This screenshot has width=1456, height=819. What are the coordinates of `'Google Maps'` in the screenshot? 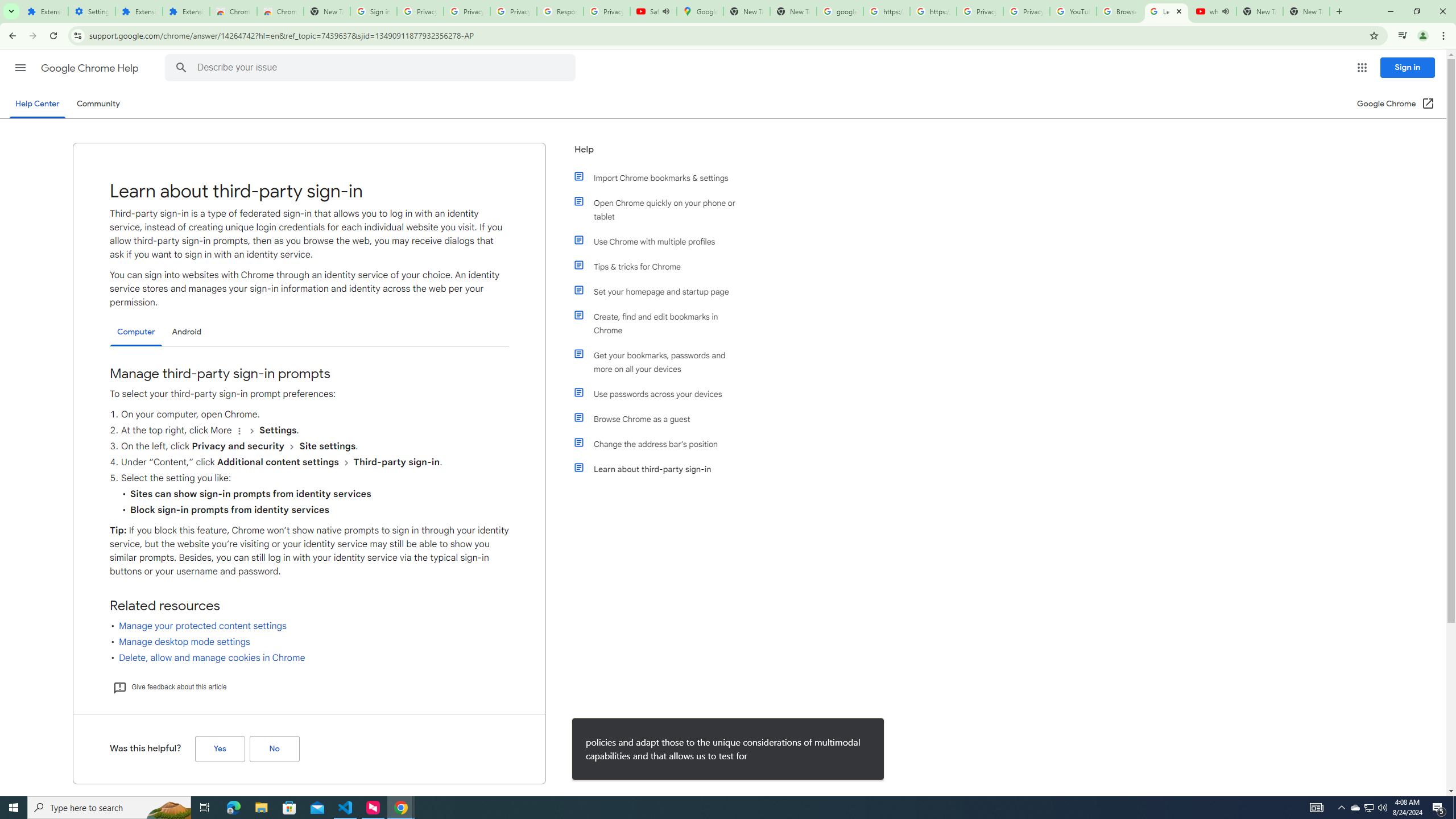 It's located at (700, 11).